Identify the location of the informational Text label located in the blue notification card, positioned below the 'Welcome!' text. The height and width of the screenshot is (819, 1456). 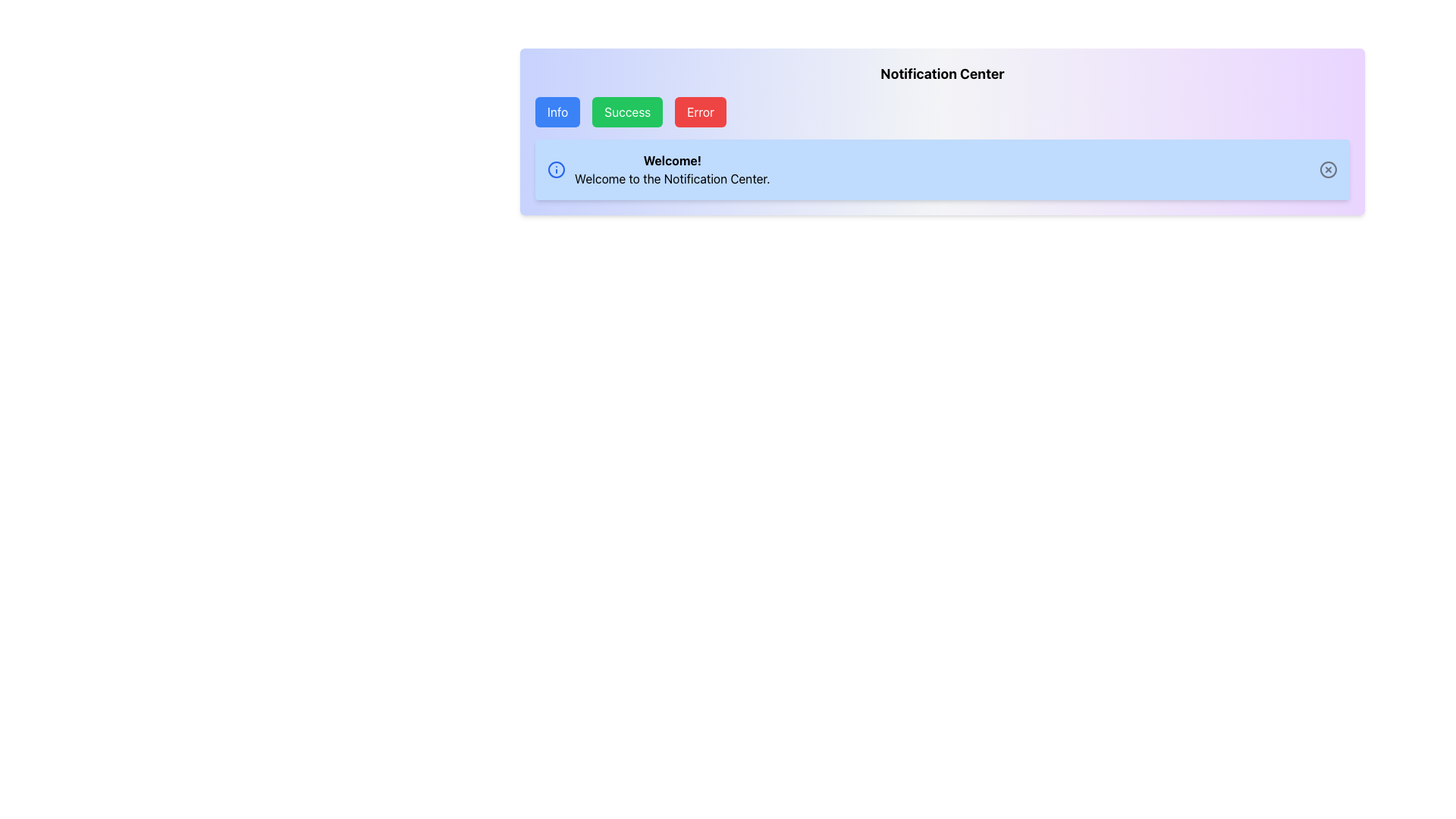
(671, 177).